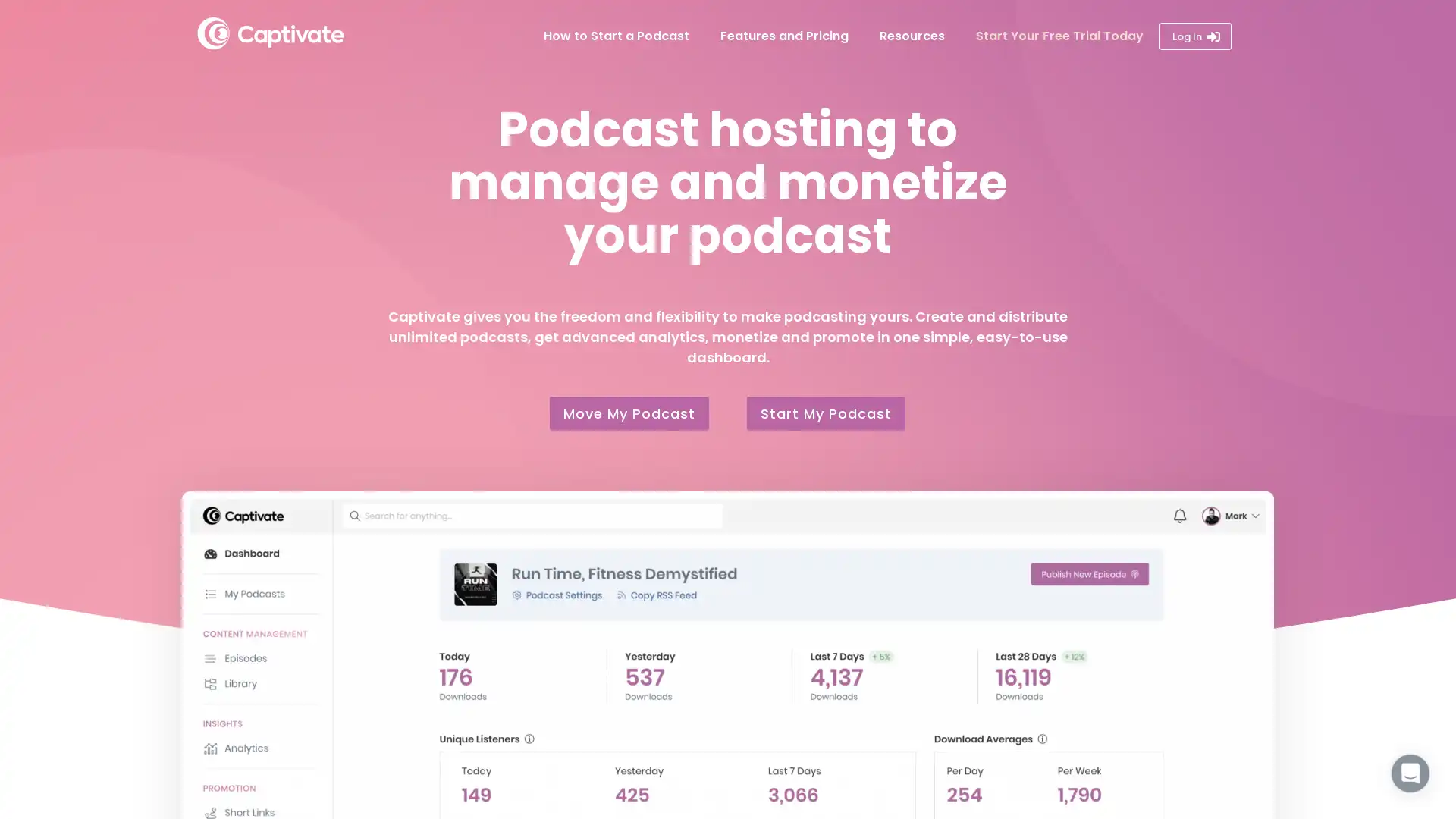  What do you see at coordinates (629, 413) in the screenshot?
I see `Move My Podcast` at bounding box center [629, 413].